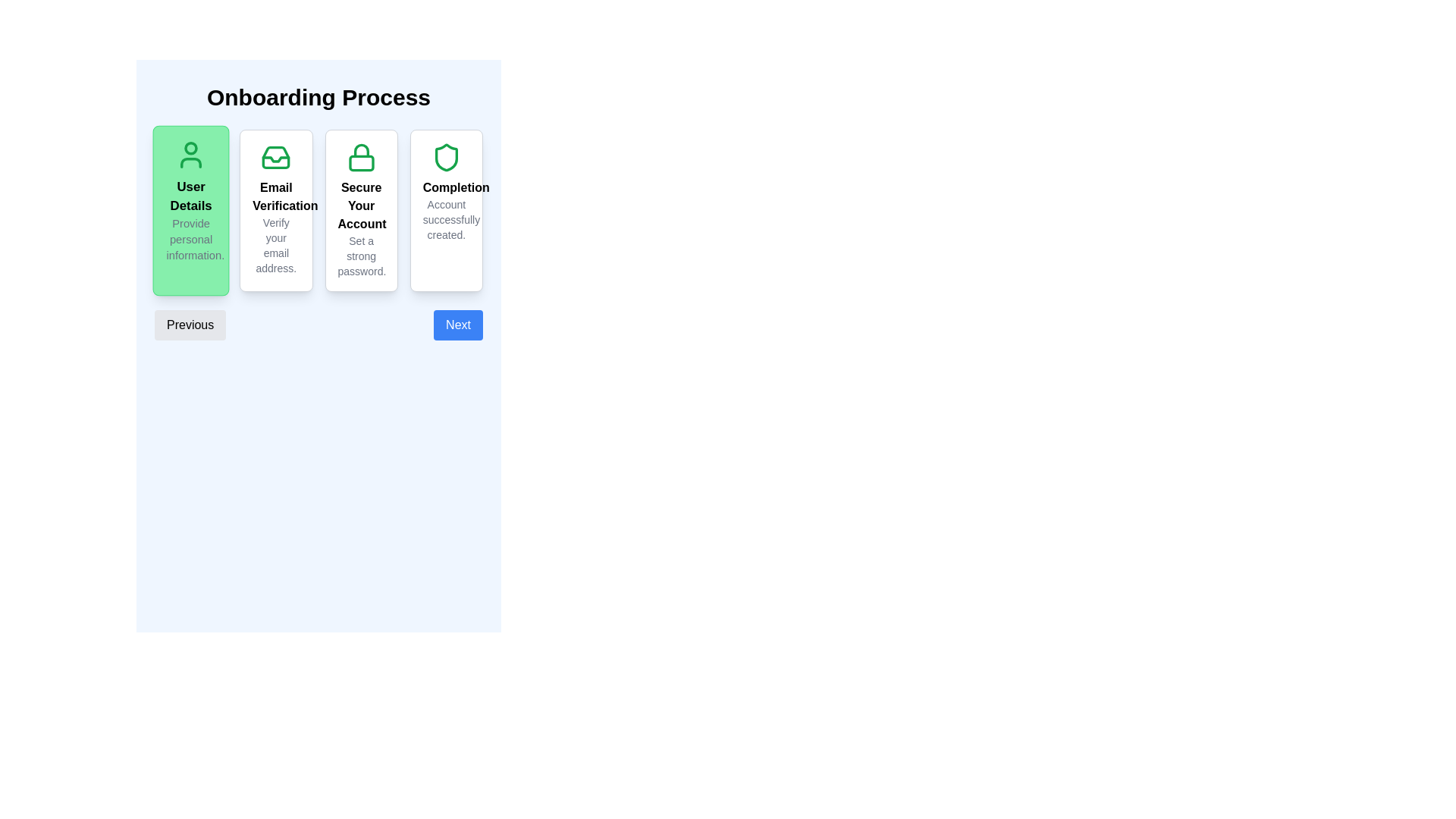  Describe the element at coordinates (190, 239) in the screenshot. I see `the supplementary information Text Label located within the 'User Details' card, positioned below the title 'User Details'` at that location.